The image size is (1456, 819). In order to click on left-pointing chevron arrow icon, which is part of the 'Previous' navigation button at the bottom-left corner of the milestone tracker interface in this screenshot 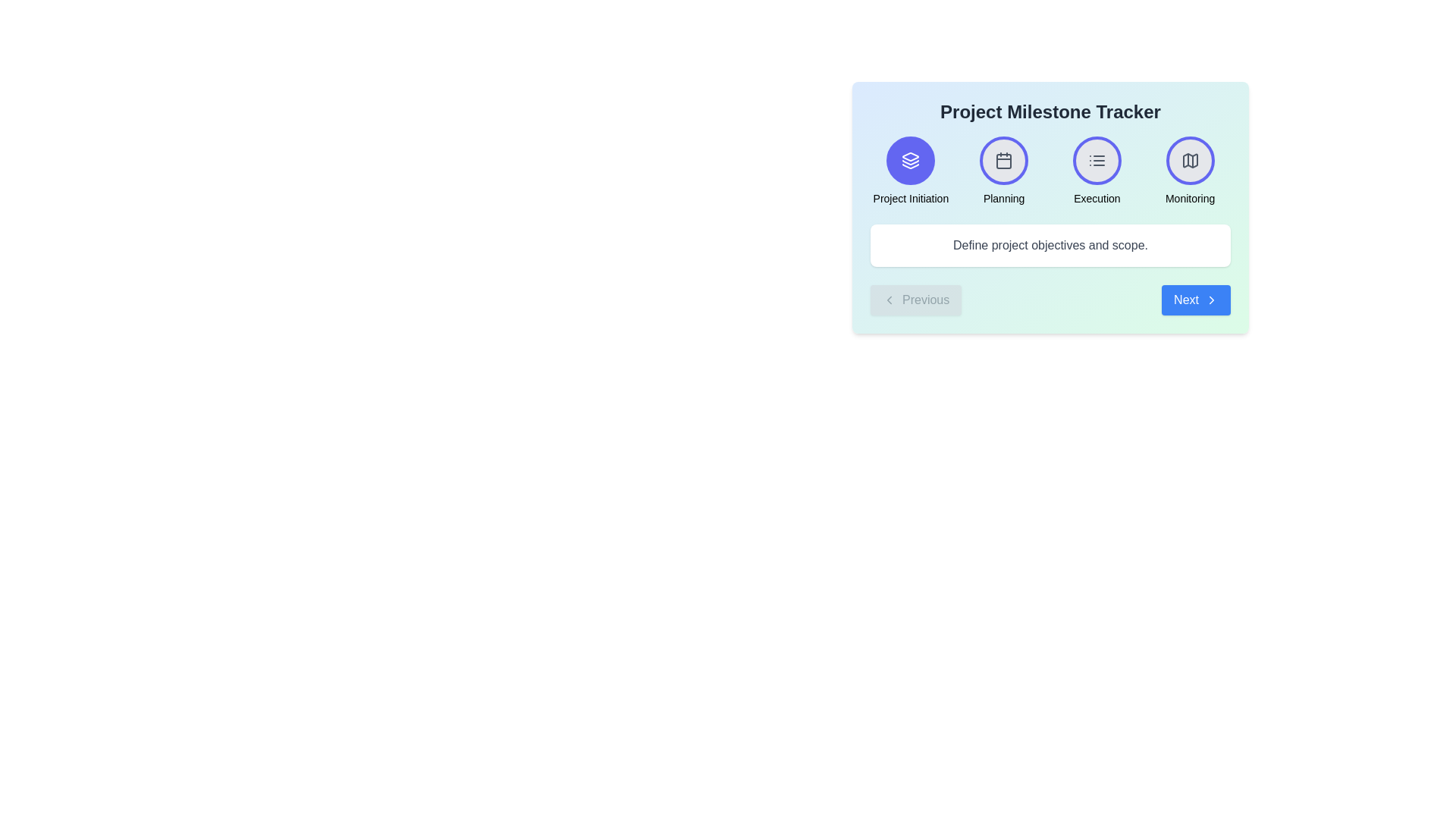, I will do `click(889, 300)`.